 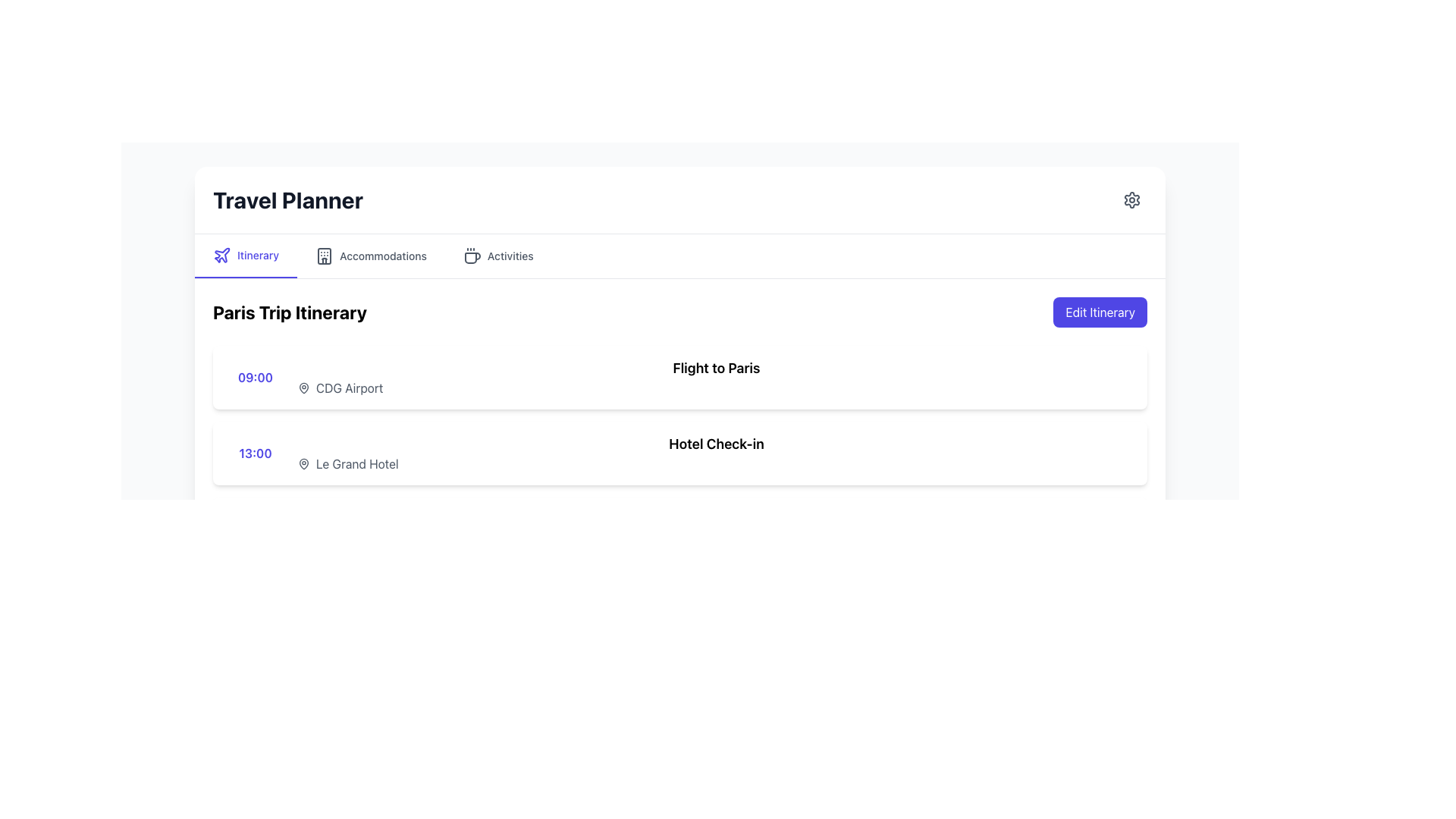 I want to click on the 'Itinerary' icon located at the top left section of the interface, which is part of the horizontal navigation bar, so click(x=221, y=254).